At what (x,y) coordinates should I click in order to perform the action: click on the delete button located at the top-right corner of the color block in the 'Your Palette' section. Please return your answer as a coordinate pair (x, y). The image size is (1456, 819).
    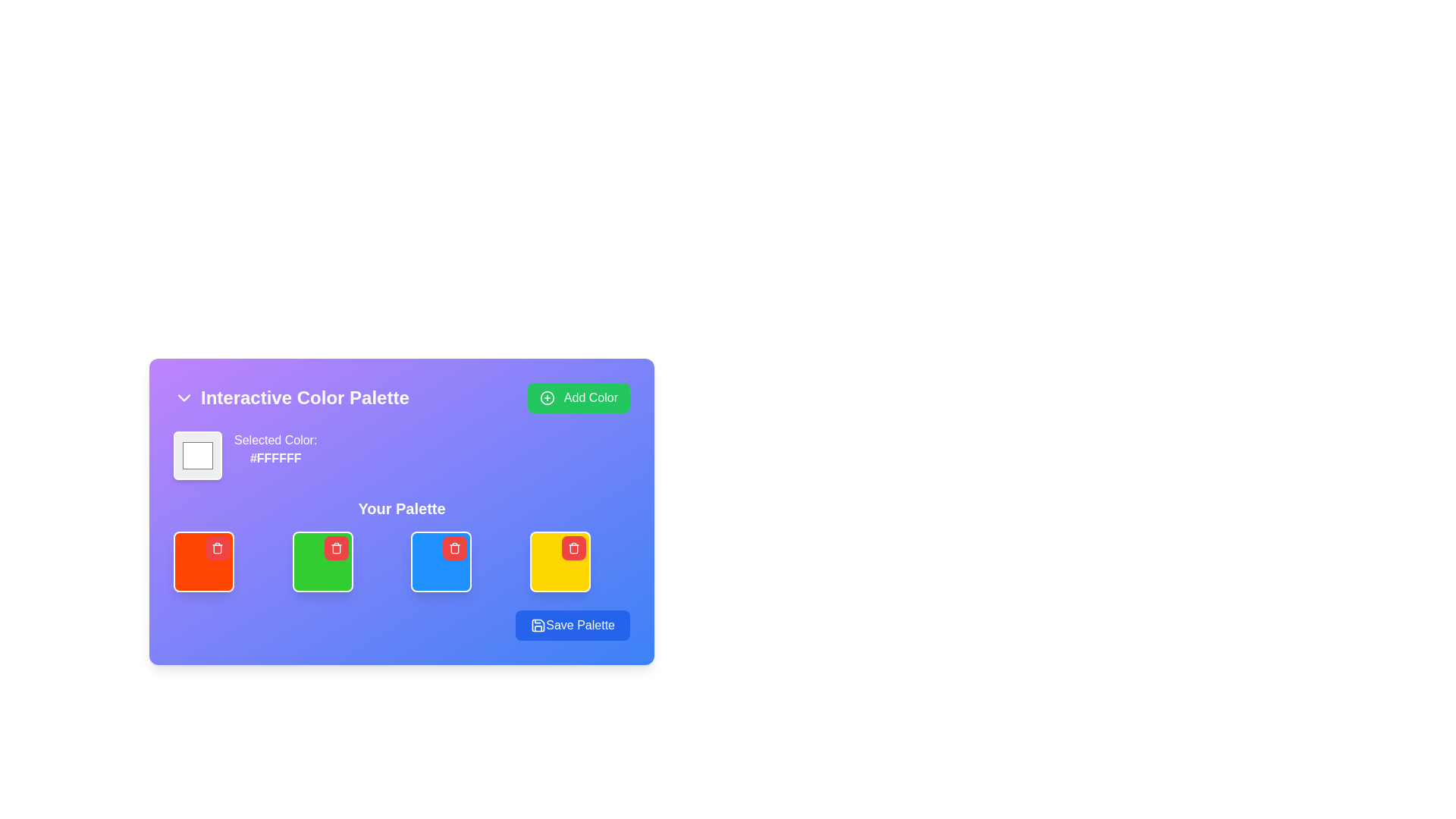
    Looking at the image, I should click on (217, 548).